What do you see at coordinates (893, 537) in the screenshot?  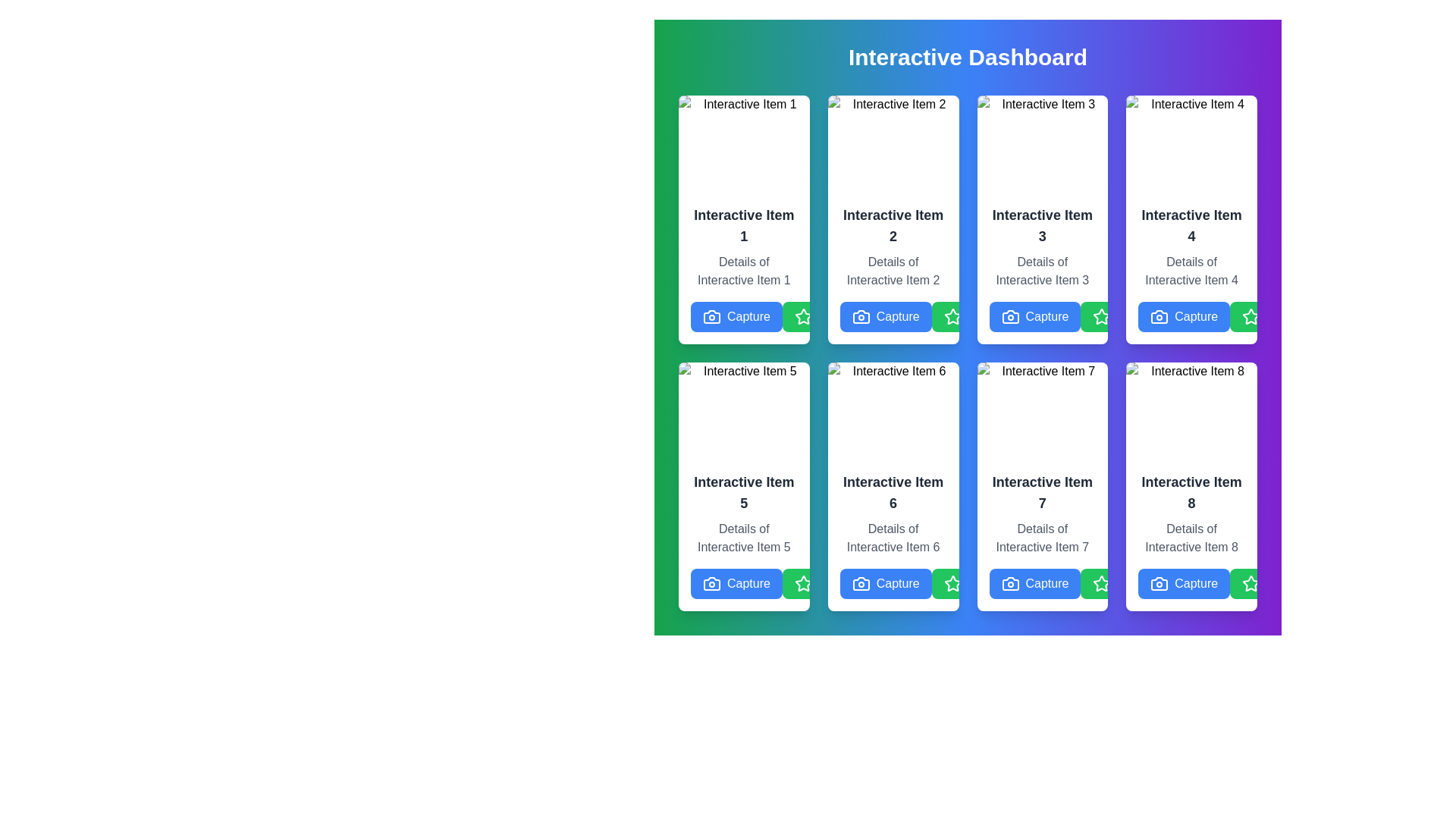 I see `the static text label that provides descriptive information about 'Interactive Item 6', located in the middle row, third column of the grid layout` at bounding box center [893, 537].